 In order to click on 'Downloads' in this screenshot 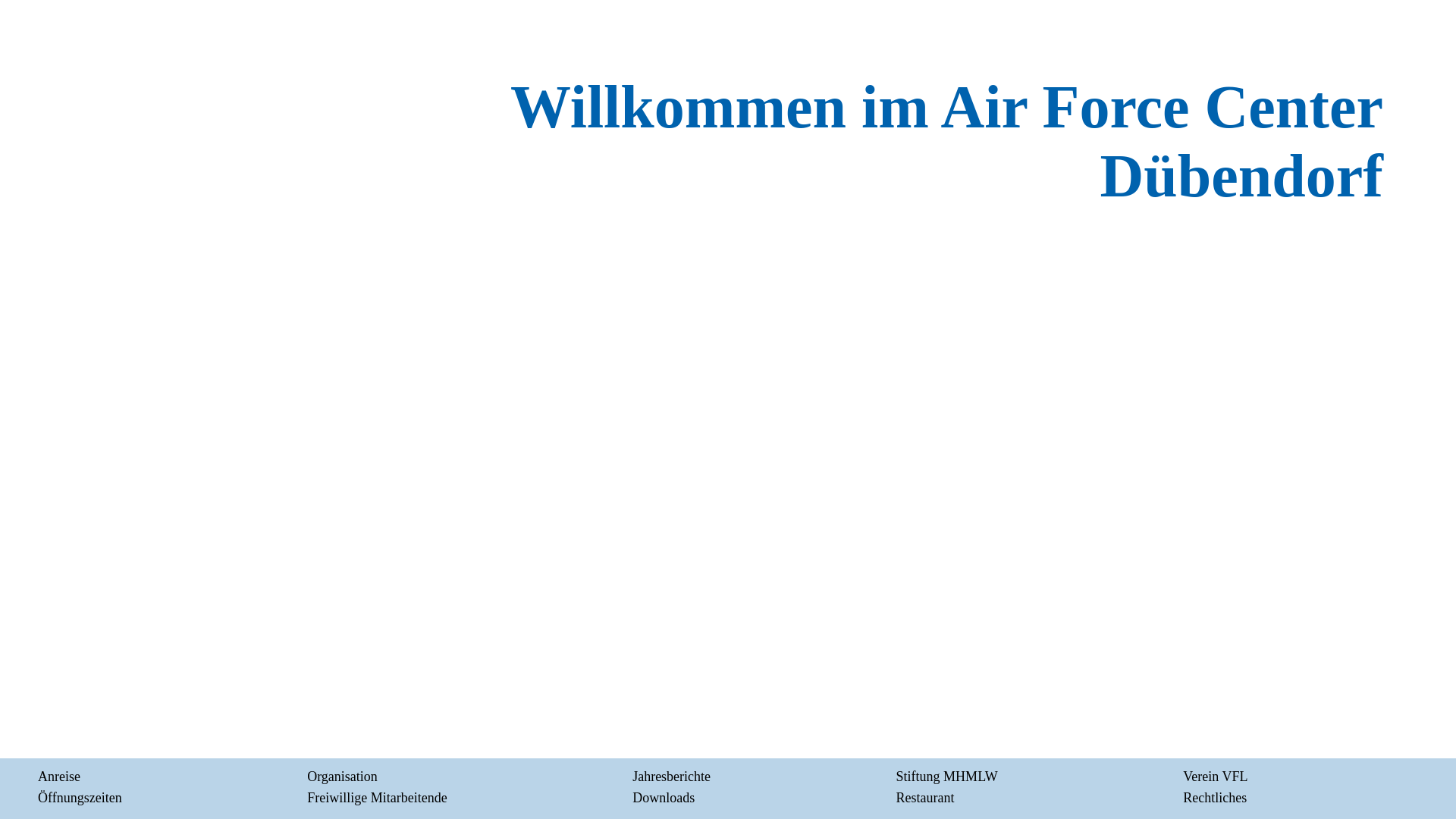, I will do `click(632, 797)`.